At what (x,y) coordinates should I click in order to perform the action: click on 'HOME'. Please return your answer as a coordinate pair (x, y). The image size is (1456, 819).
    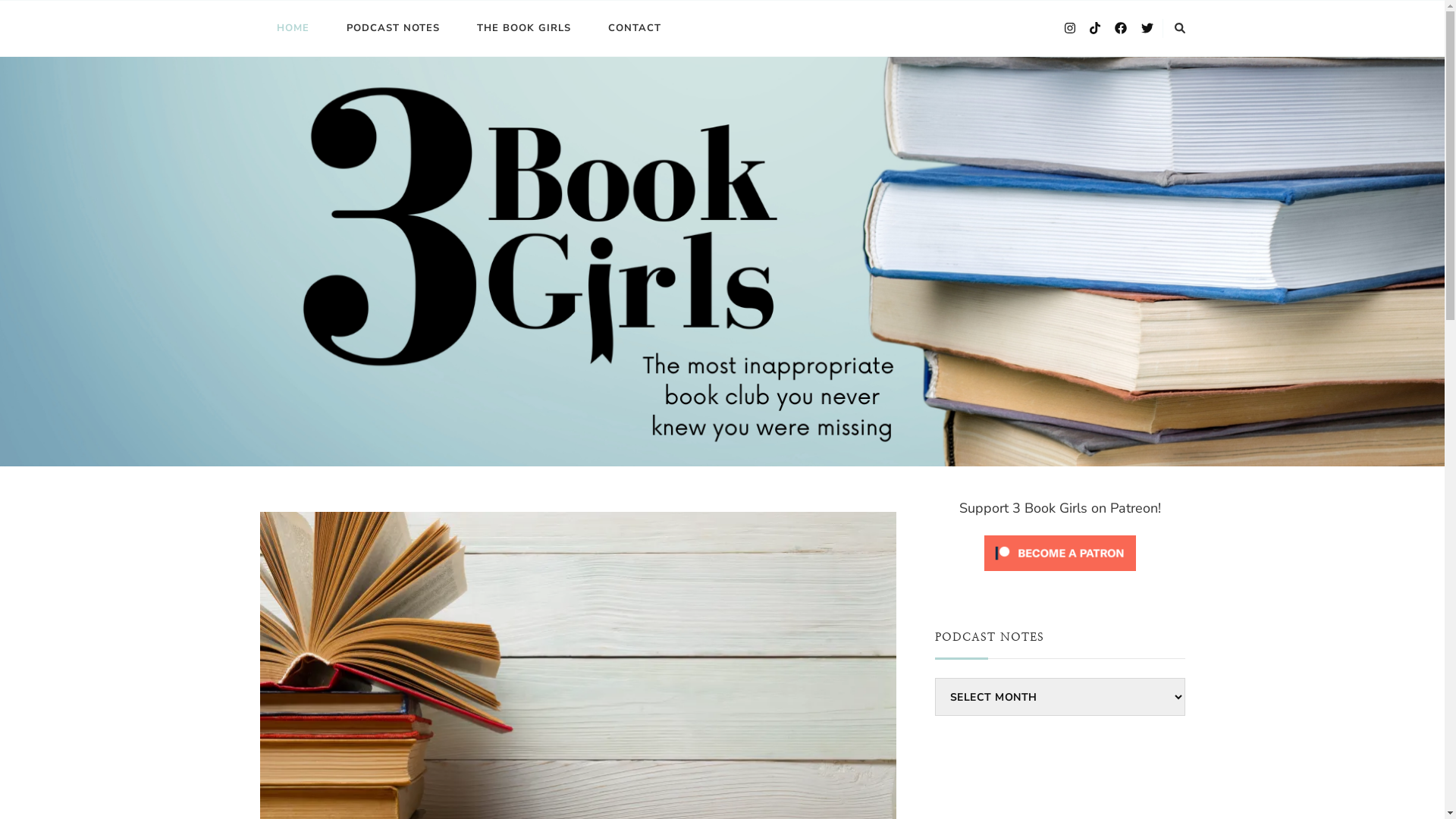
    Looking at the image, I should click on (292, 28).